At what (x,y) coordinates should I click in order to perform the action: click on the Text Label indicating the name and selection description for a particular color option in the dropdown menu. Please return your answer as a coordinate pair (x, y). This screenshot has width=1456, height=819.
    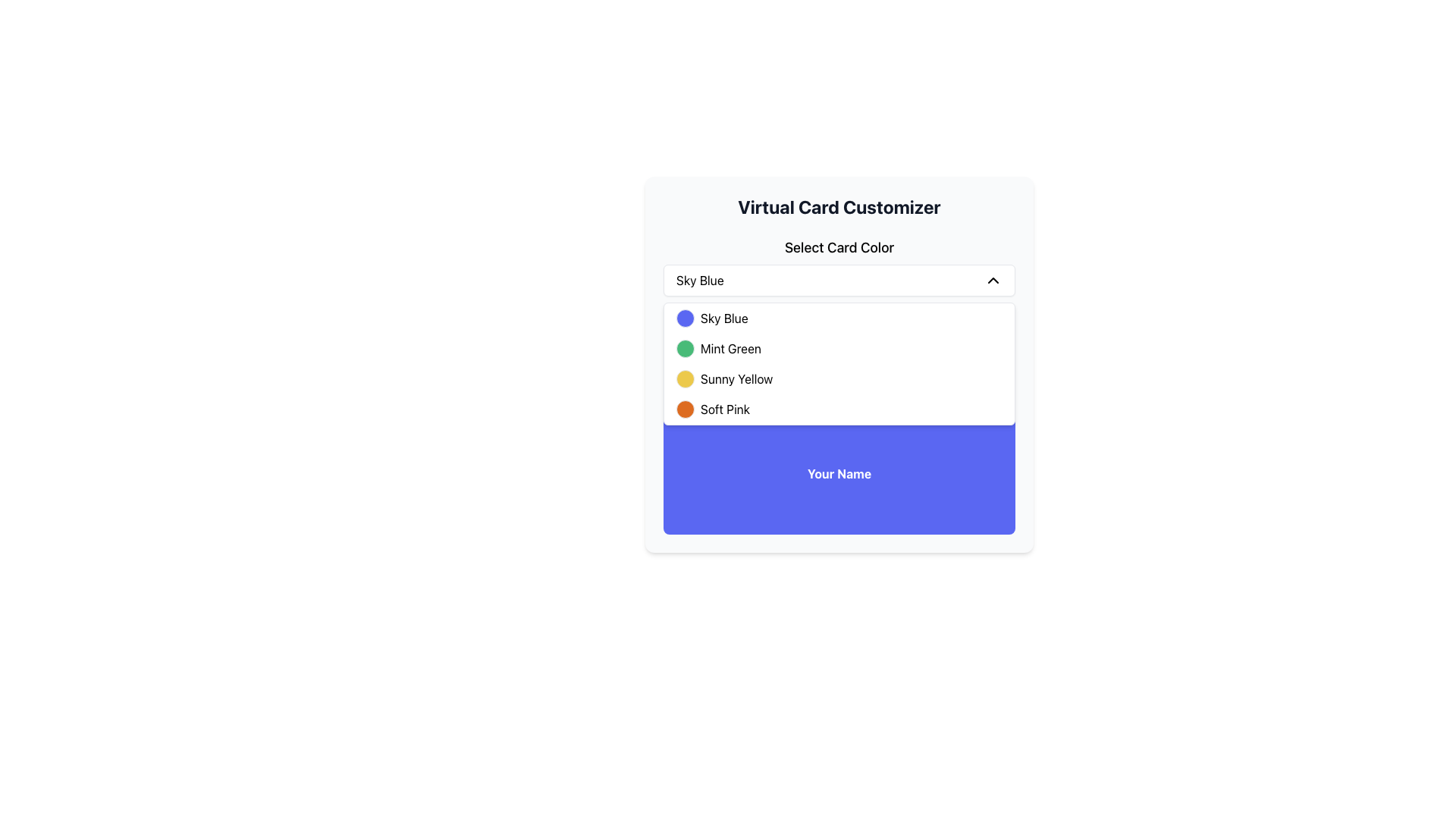
    Looking at the image, I should click on (736, 378).